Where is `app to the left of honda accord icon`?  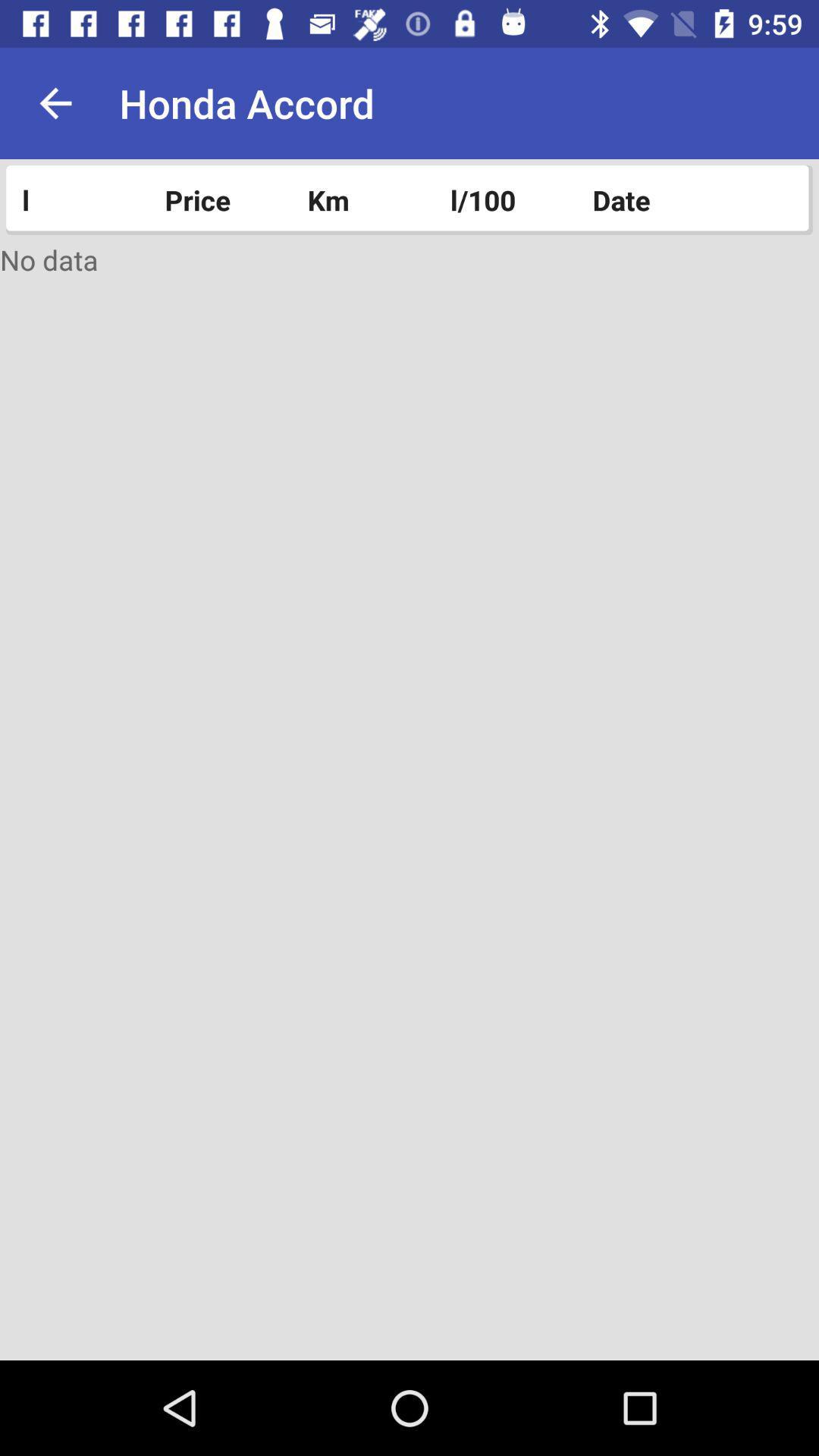 app to the left of honda accord icon is located at coordinates (55, 102).